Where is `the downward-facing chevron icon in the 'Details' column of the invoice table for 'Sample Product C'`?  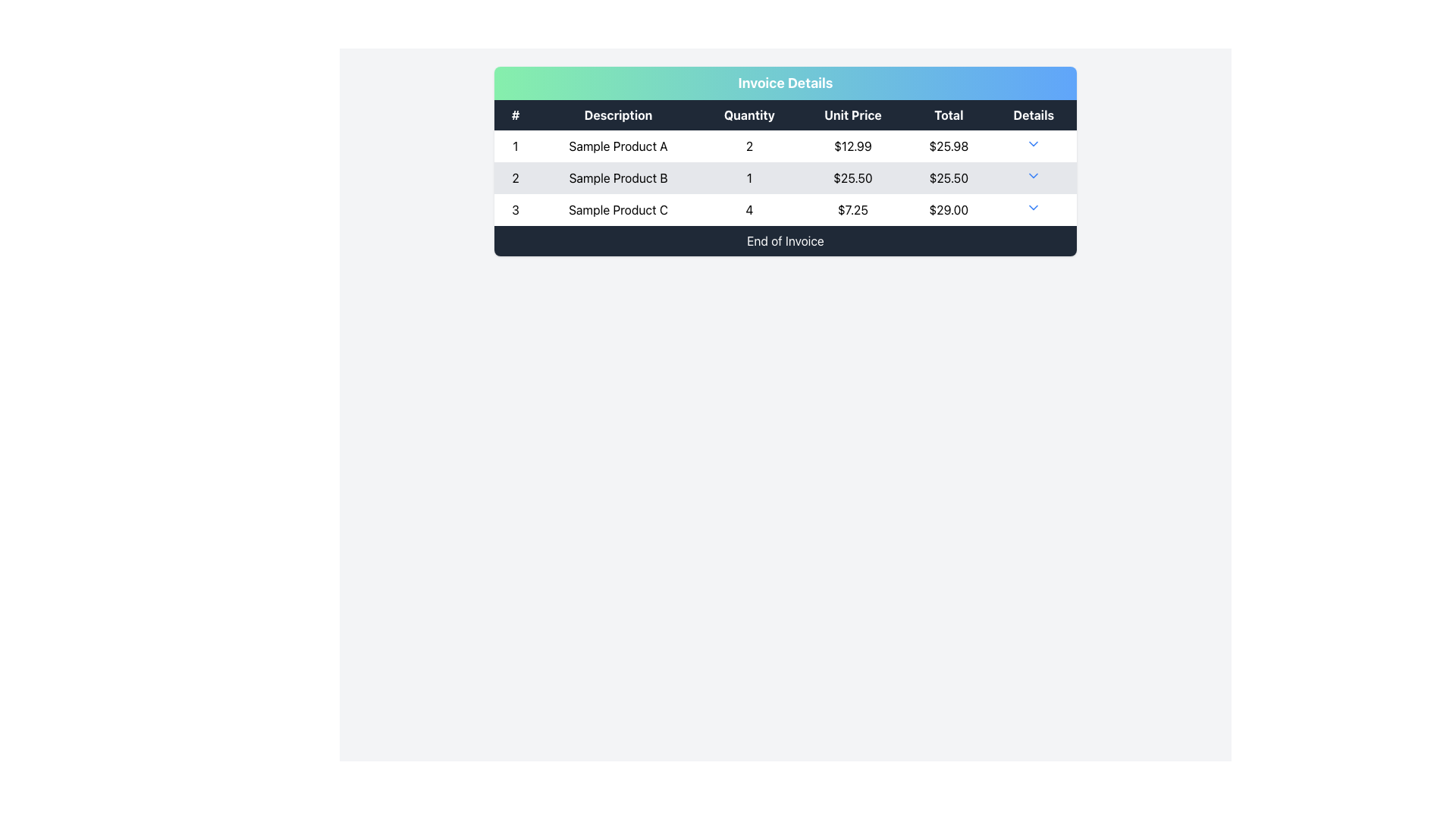 the downward-facing chevron icon in the 'Details' column of the invoice table for 'Sample Product C' is located at coordinates (1033, 207).